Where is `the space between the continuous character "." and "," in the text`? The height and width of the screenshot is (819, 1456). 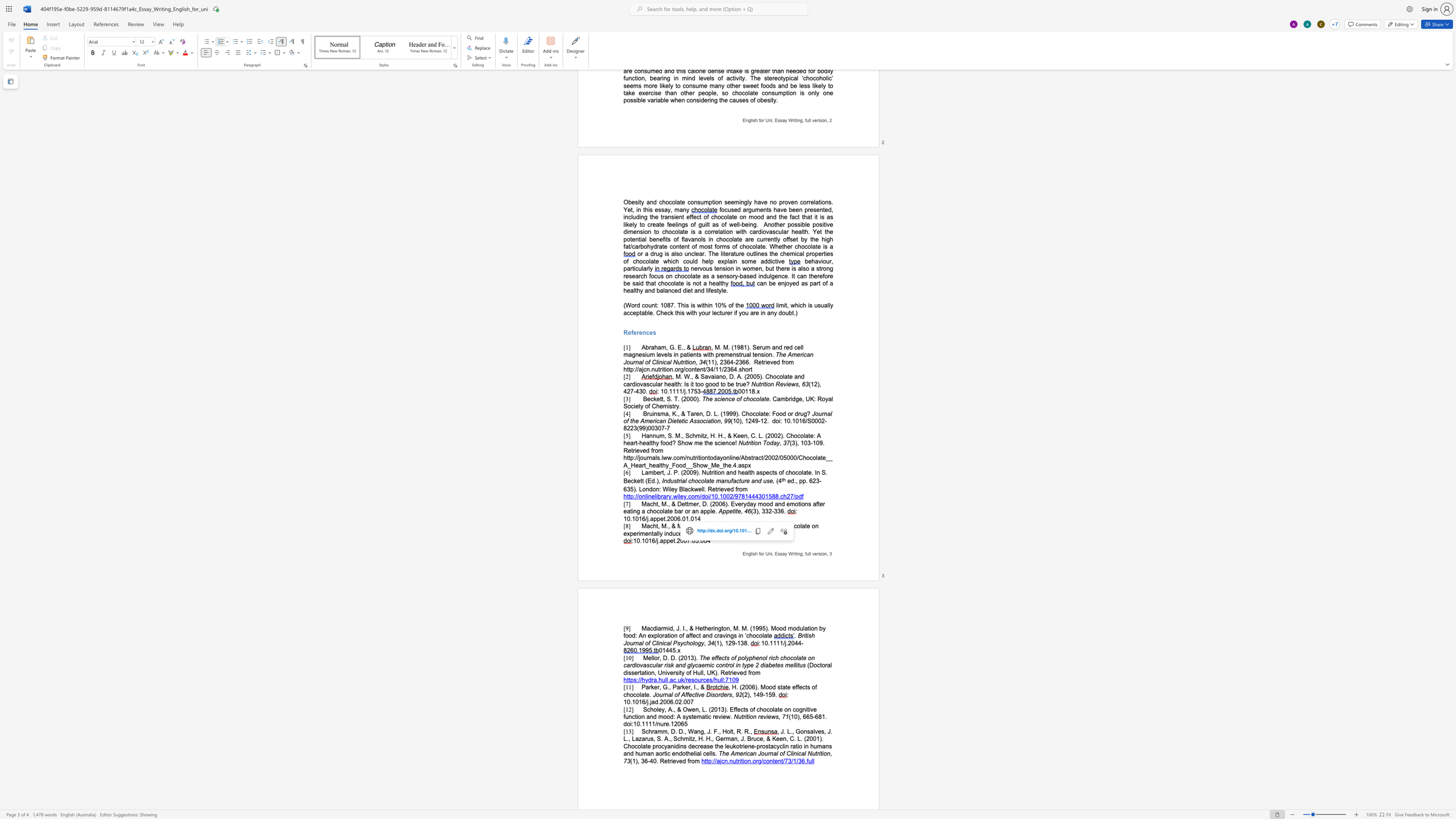
the space between the continuous character "." and "," in the text is located at coordinates (668, 526).